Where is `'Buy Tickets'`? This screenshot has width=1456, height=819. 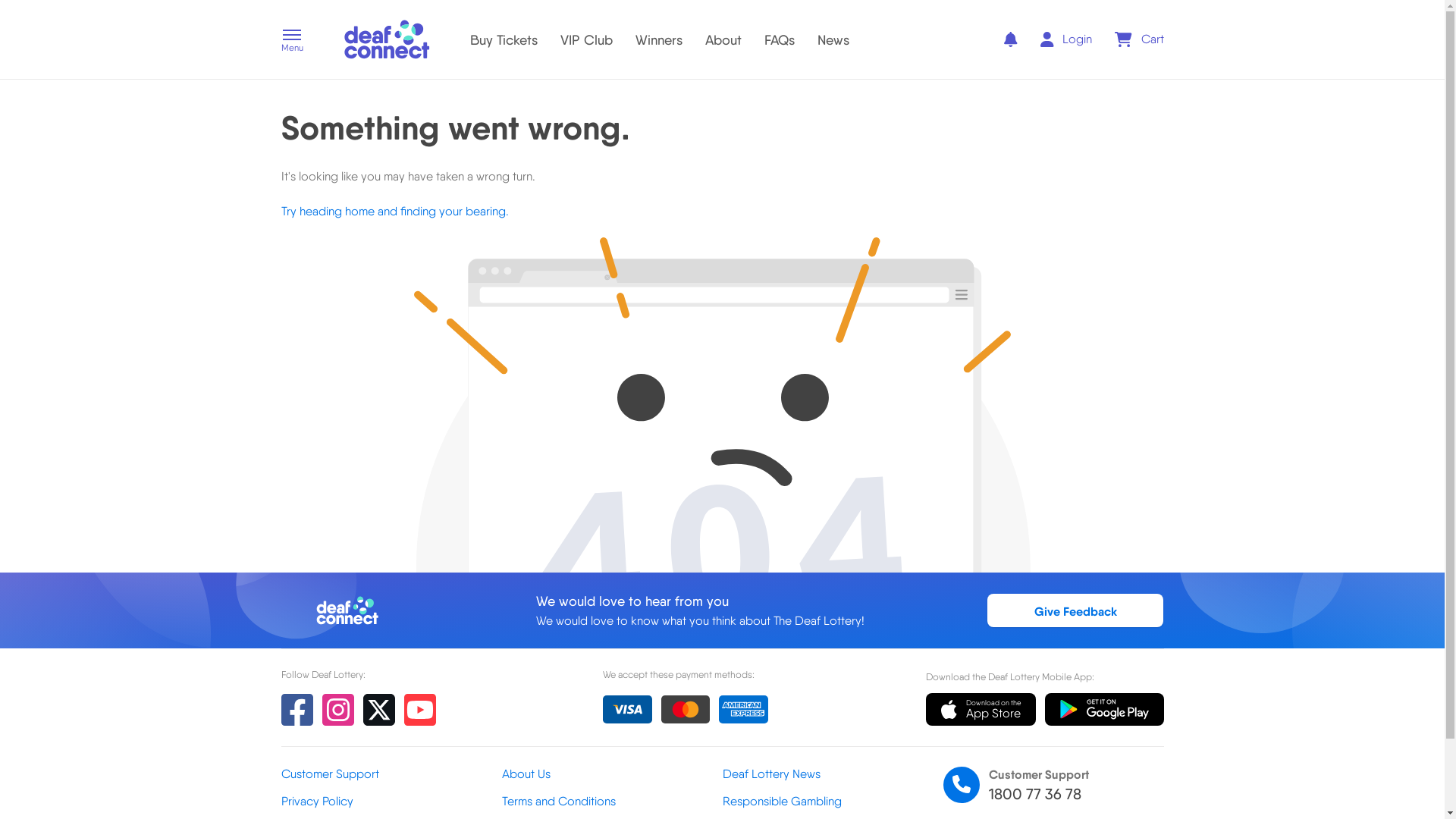 'Buy Tickets' is located at coordinates (504, 38).